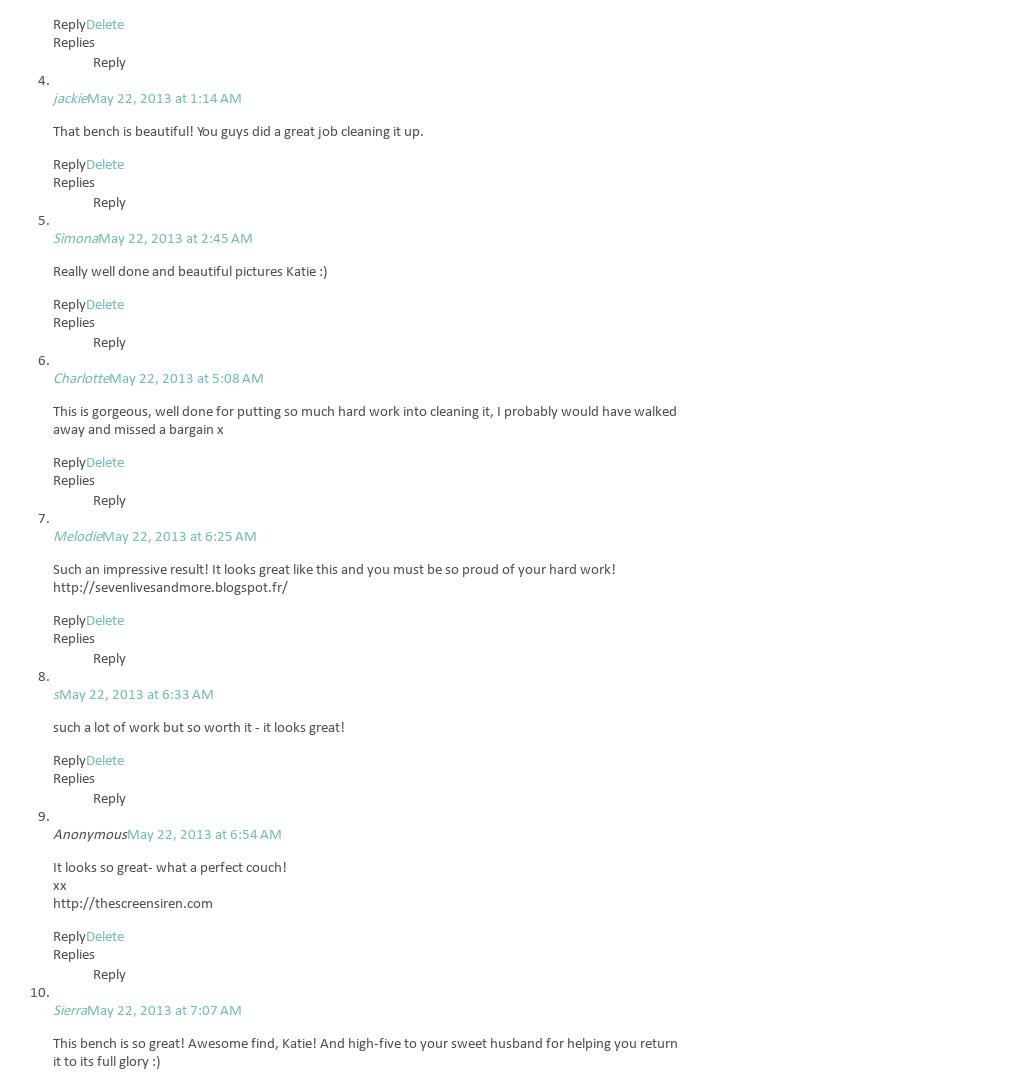  Describe the element at coordinates (198, 727) in the screenshot. I see `'such a lot of work but so worth it - it looks great!'` at that location.